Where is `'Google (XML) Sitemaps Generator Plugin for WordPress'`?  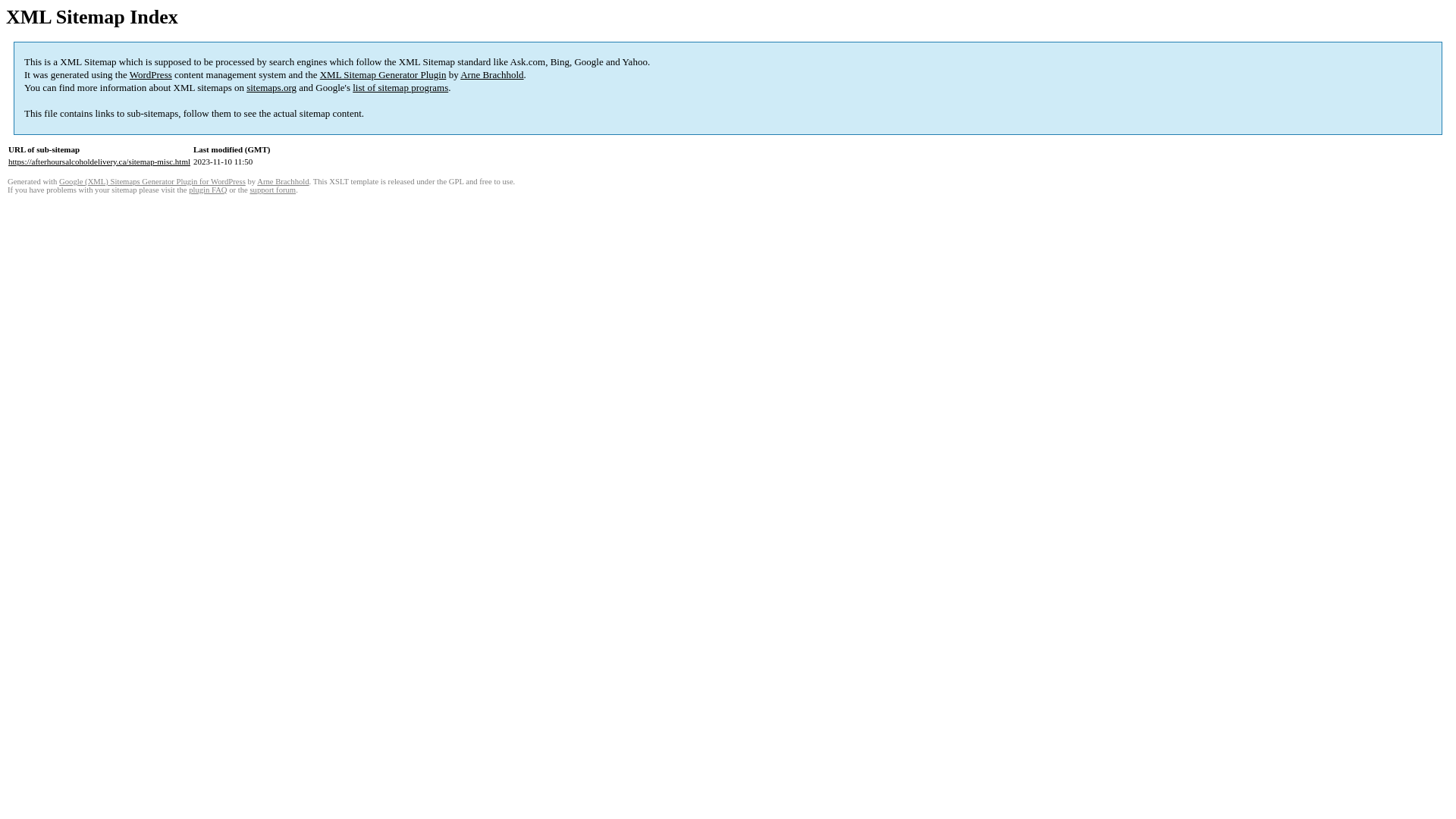
'Google (XML) Sitemaps Generator Plugin for WordPress' is located at coordinates (152, 180).